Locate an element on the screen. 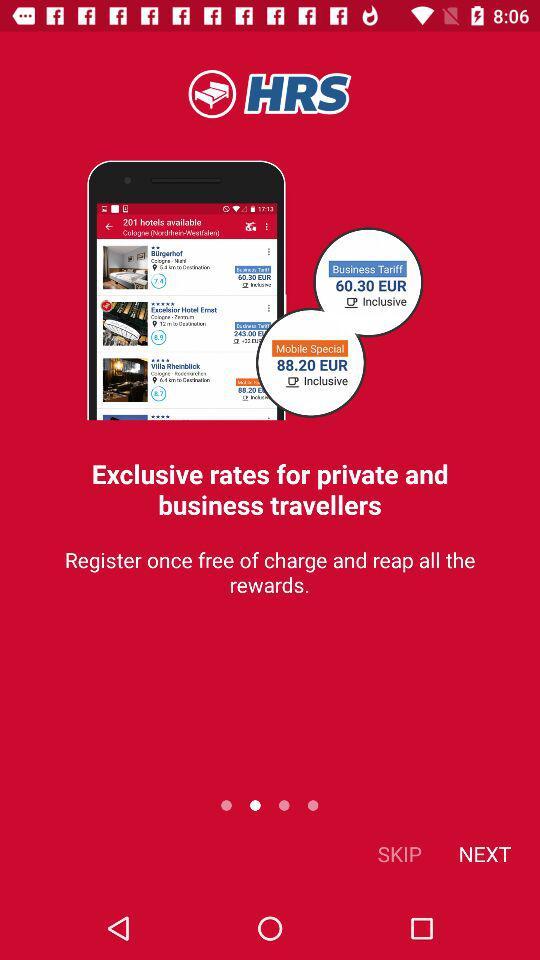  the skip item is located at coordinates (399, 852).